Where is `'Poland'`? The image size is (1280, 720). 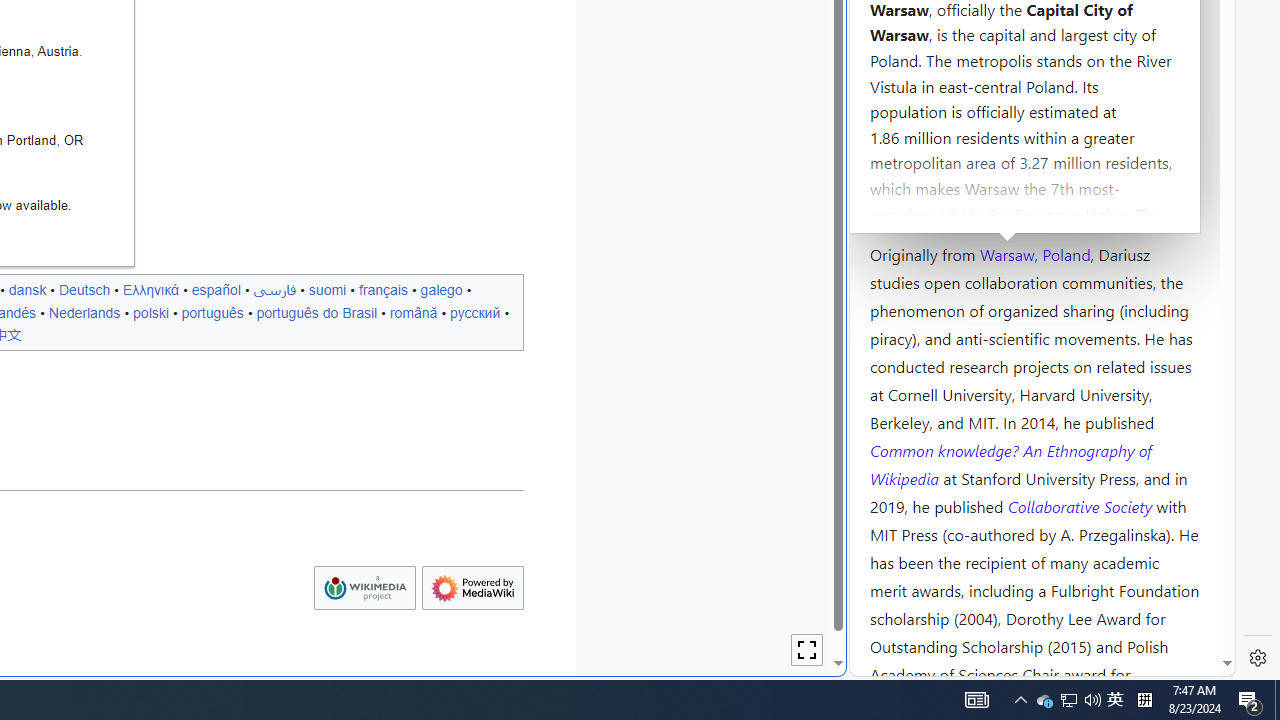
'Poland' is located at coordinates (1065, 252).